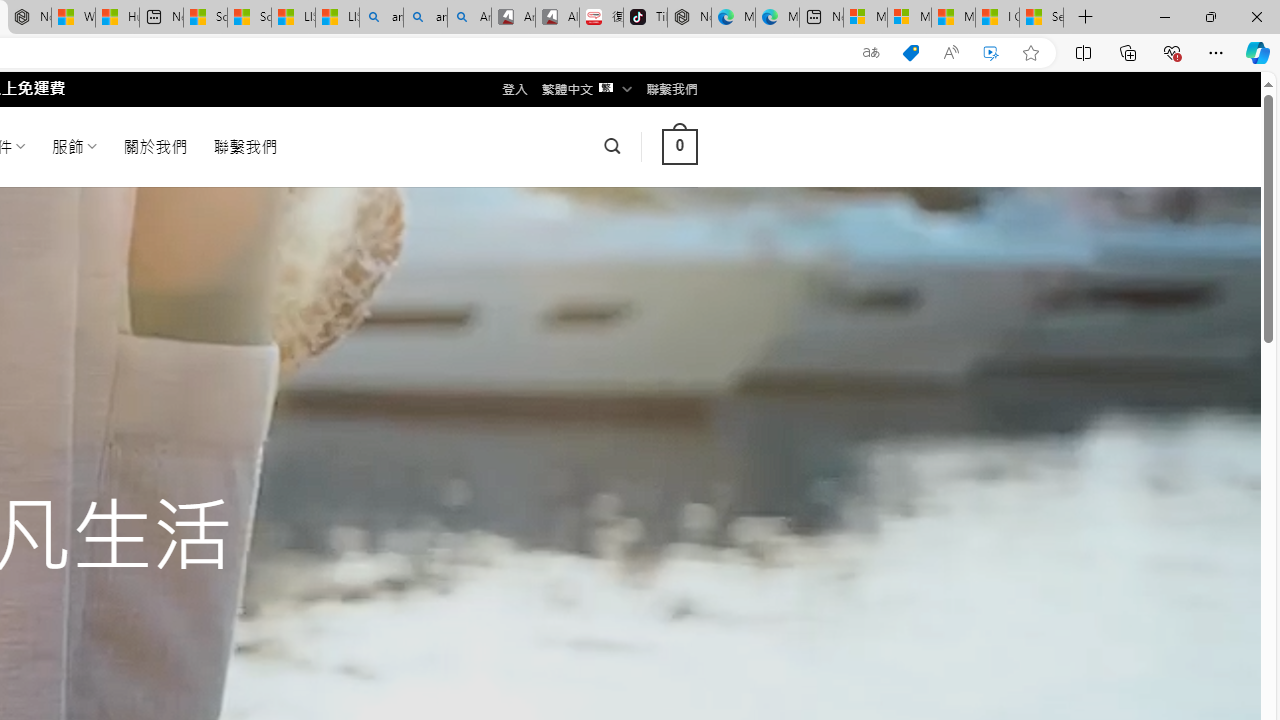 This screenshot has width=1280, height=720. I want to click on 'amazon - Search Images', so click(424, 17).